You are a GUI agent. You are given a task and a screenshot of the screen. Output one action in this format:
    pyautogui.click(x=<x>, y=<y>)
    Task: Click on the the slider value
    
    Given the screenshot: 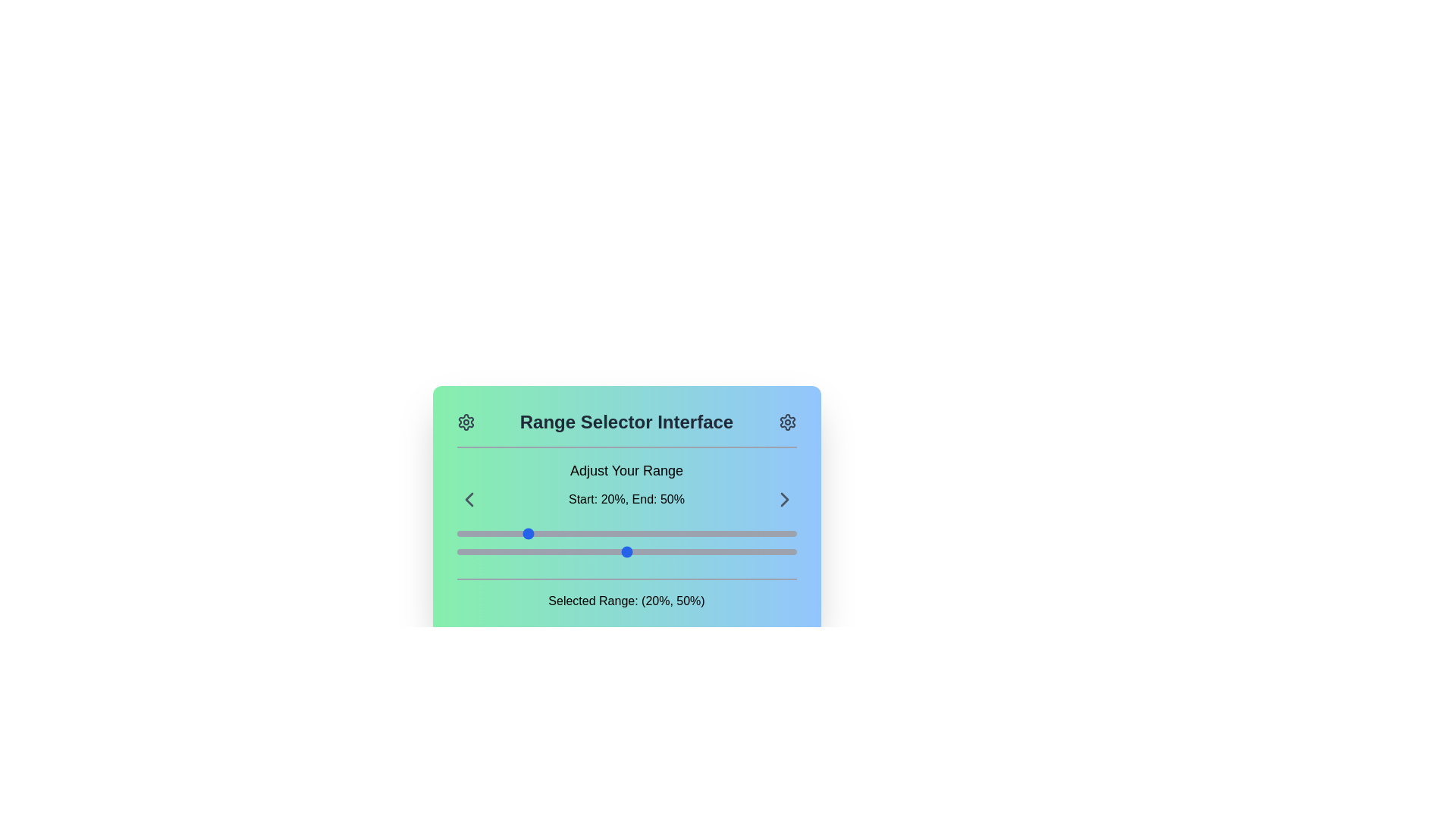 What is the action you would take?
    pyautogui.click(x=521, y=552)
    